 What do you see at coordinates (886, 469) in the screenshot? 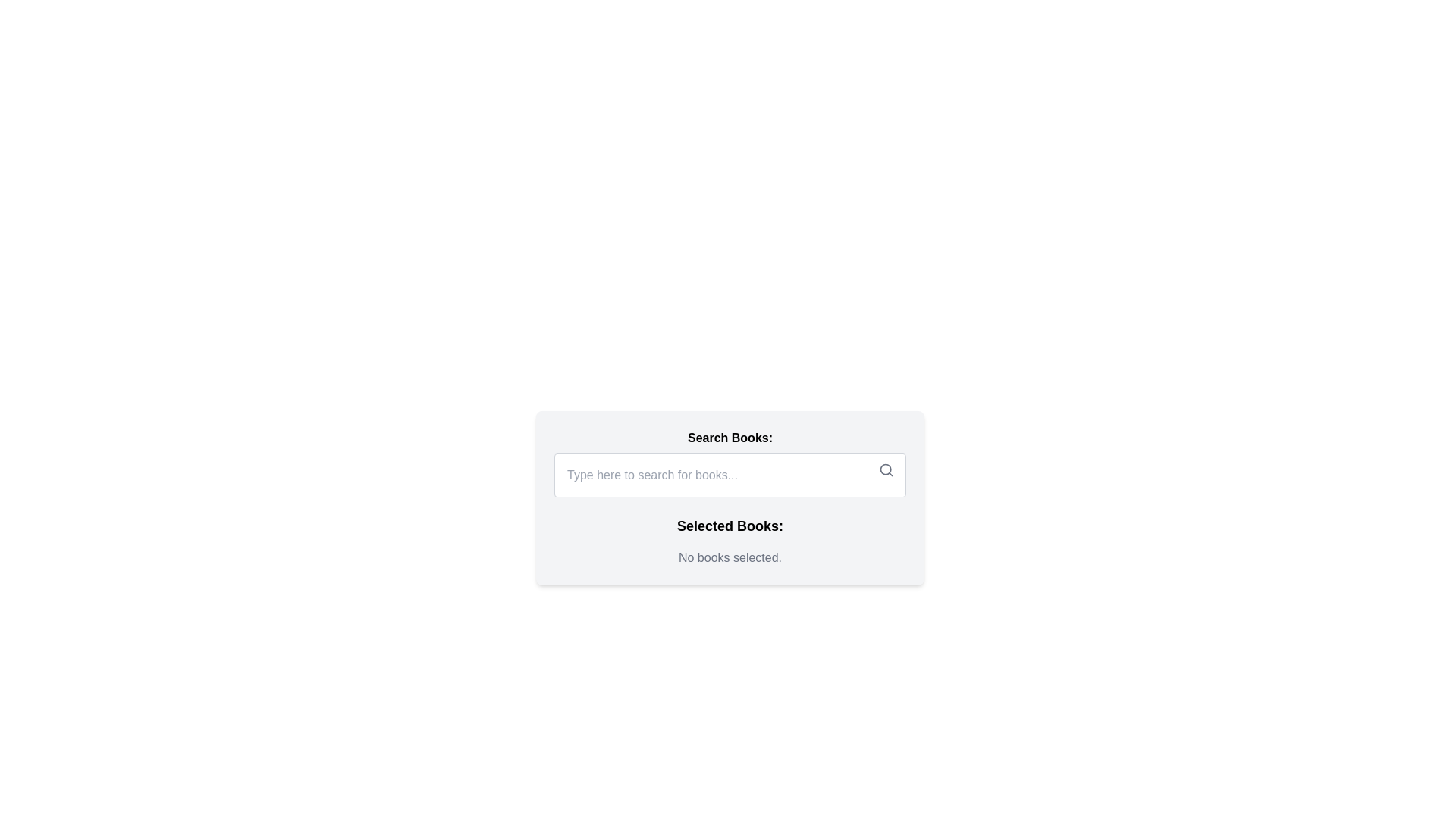
I see `the circular SVG shape that forms the lens of the magnifying glass in the search icon located at the right end of the 'Search Books' input field` at bounding box center [886, 469].